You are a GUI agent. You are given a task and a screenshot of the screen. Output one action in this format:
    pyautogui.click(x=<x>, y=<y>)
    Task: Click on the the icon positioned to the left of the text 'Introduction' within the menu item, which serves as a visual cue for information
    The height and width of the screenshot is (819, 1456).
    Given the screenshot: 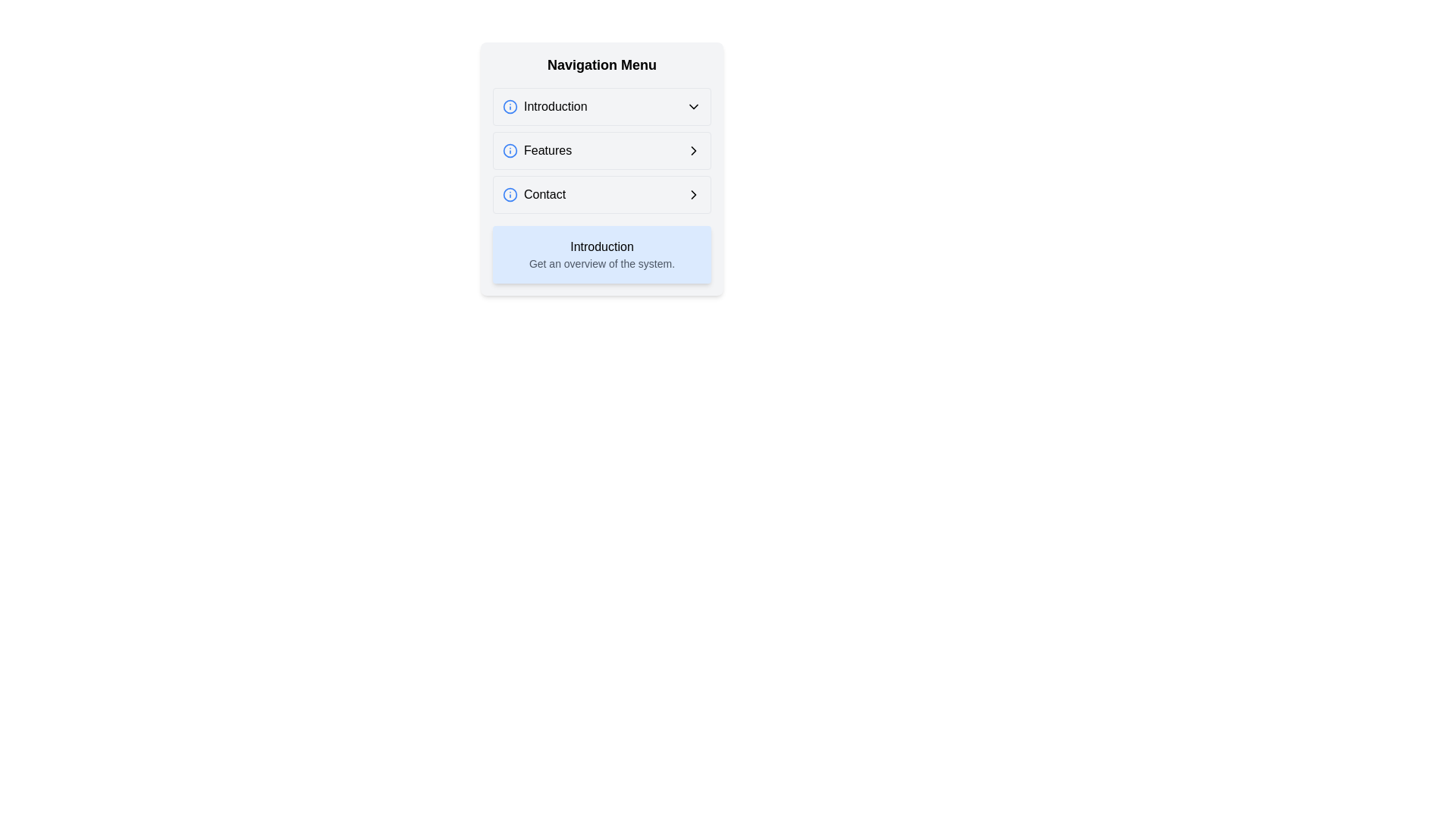 What is the action you would take?
    pyautogui.click(x=510, y=106)
    